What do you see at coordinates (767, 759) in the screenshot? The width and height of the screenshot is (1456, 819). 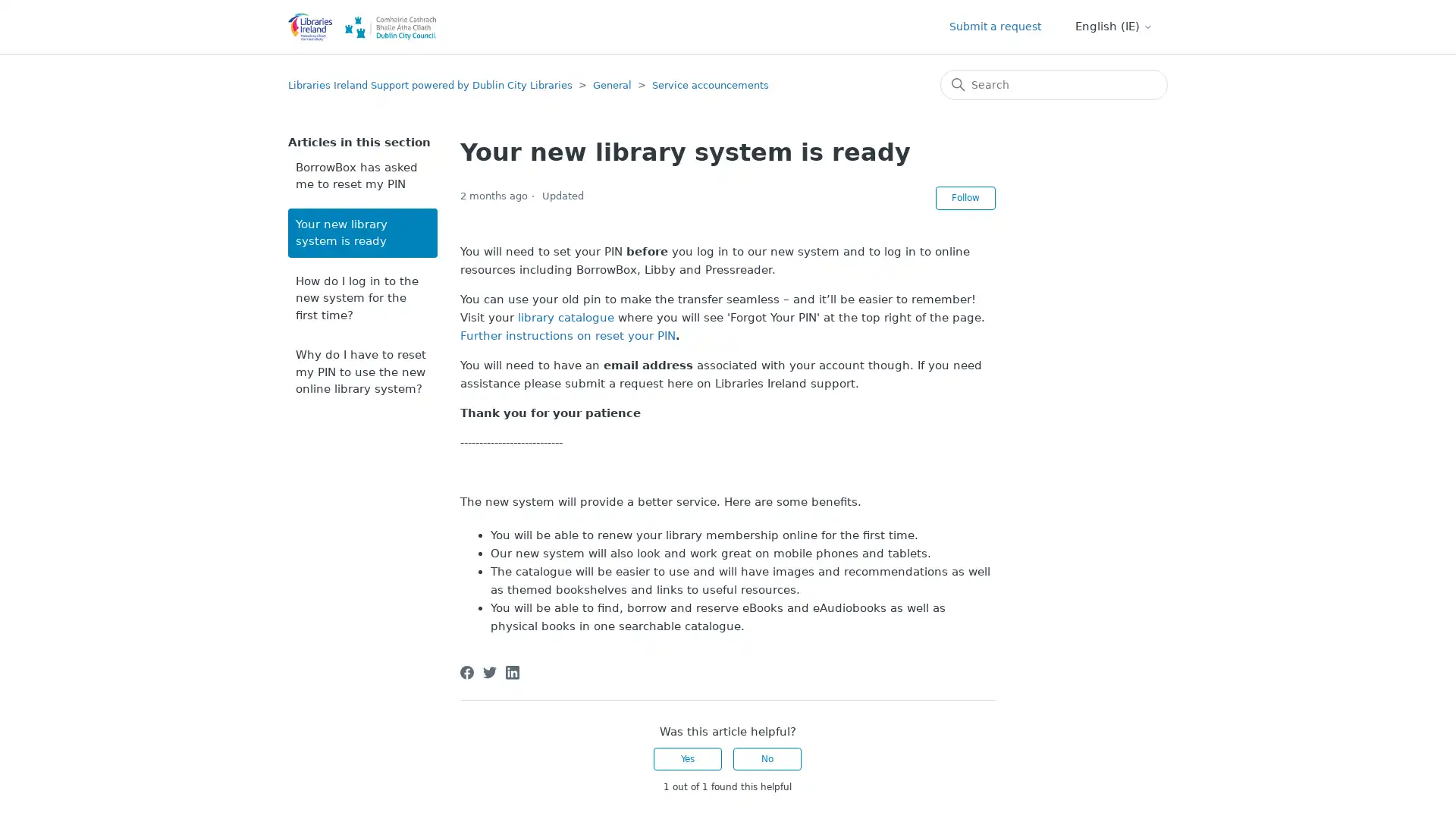 I see `This article was not helpful` at bounding box center [767, 759].